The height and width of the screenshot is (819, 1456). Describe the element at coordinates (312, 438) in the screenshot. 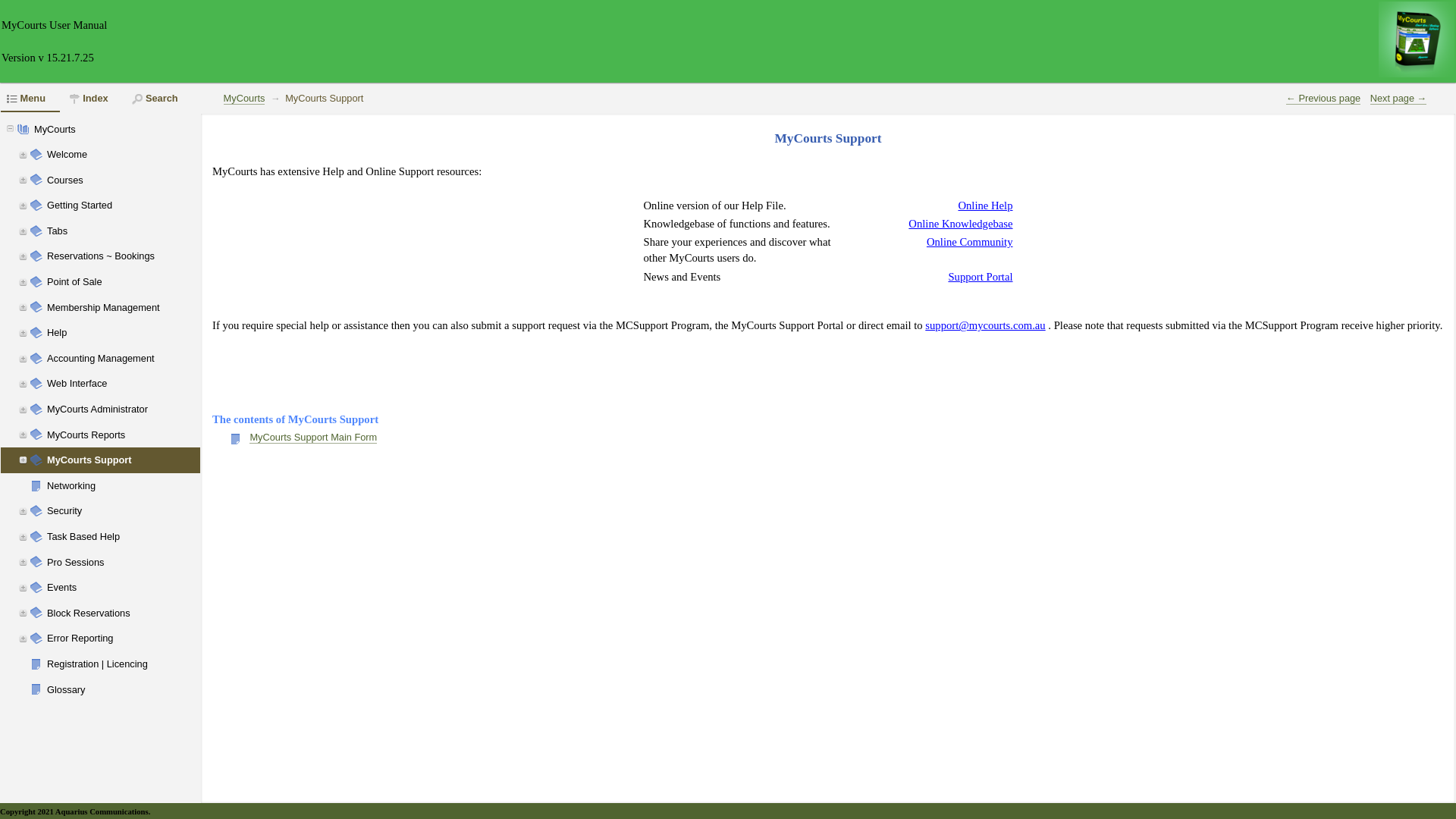

I see `'MyCourts Support Main Form'` at that location.